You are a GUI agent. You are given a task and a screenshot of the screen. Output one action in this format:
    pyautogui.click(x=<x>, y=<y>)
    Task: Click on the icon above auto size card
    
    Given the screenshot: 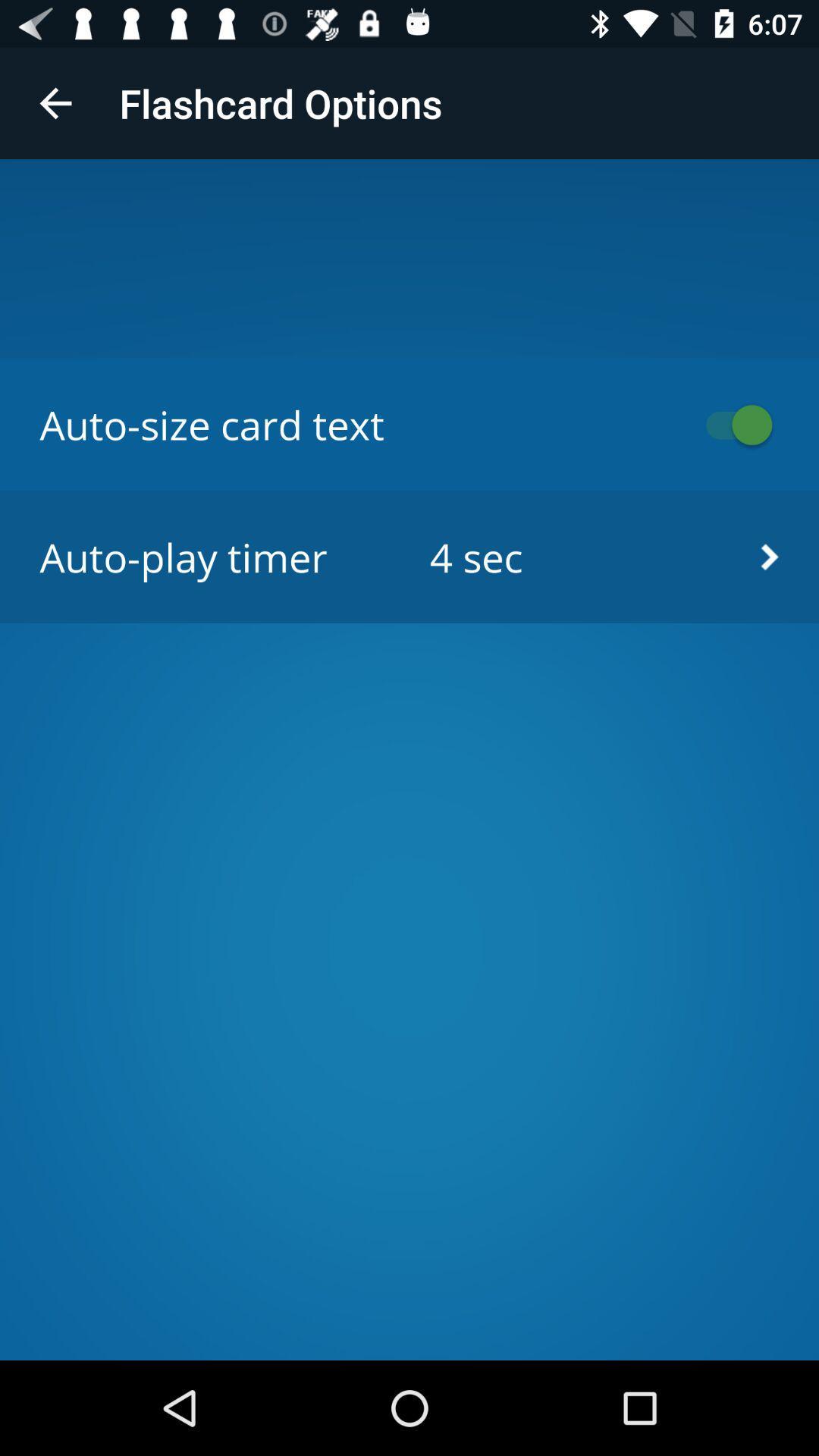 What is the action you would take?
    pyautogui.click(x=55, y=102)
    